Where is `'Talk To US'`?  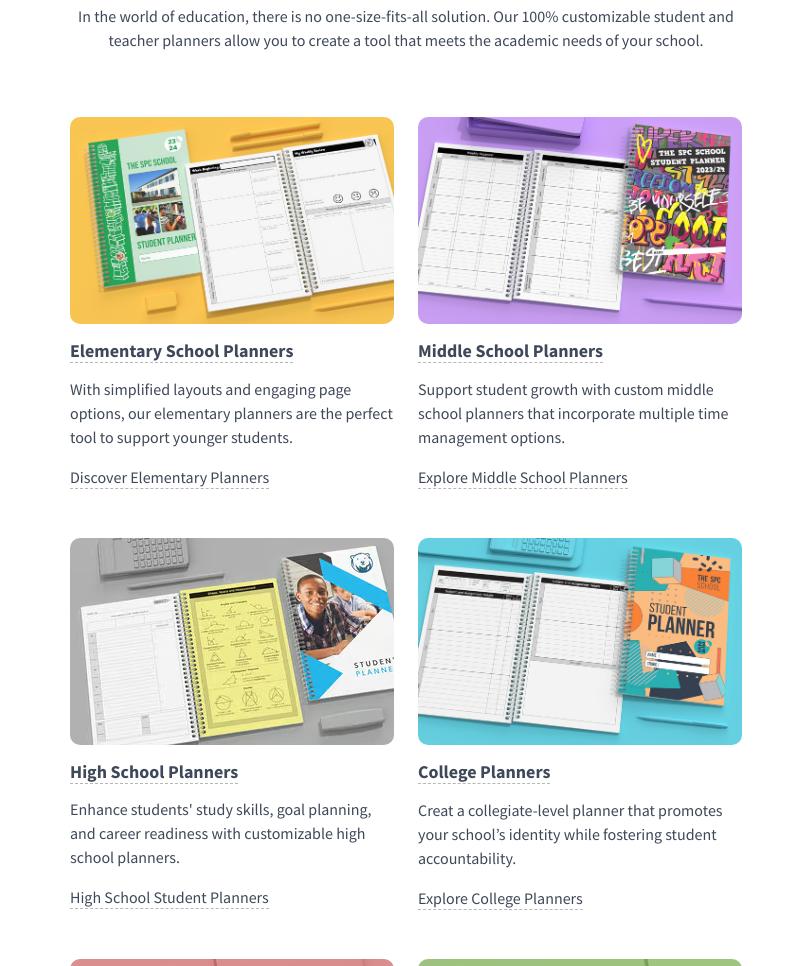 'Talk To US' is located at coordinates (93, 206).